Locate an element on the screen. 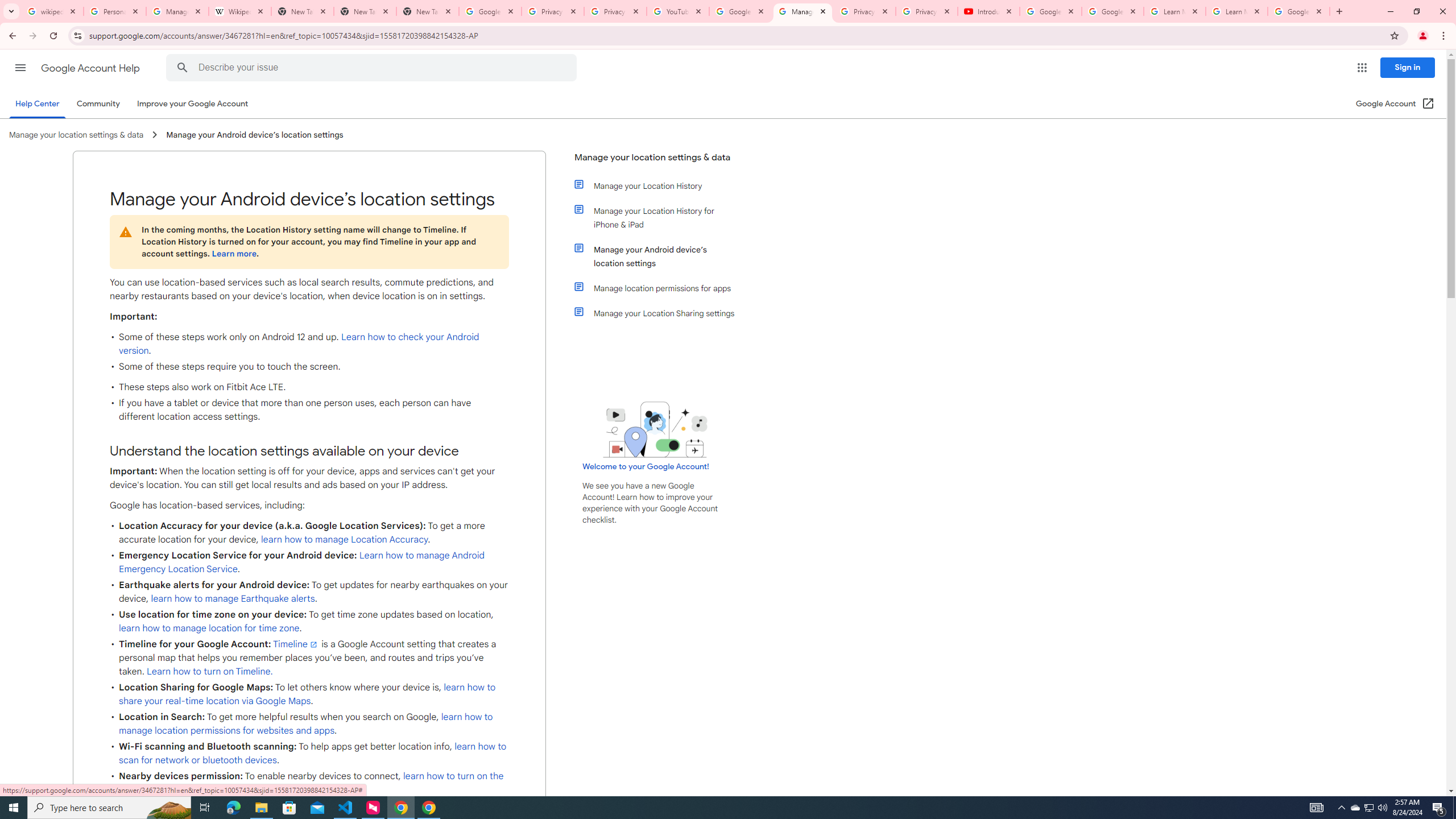 The image size is (1456, 819). 'Learn how to turn on Timeline.' is located at coordinates (209, 671).